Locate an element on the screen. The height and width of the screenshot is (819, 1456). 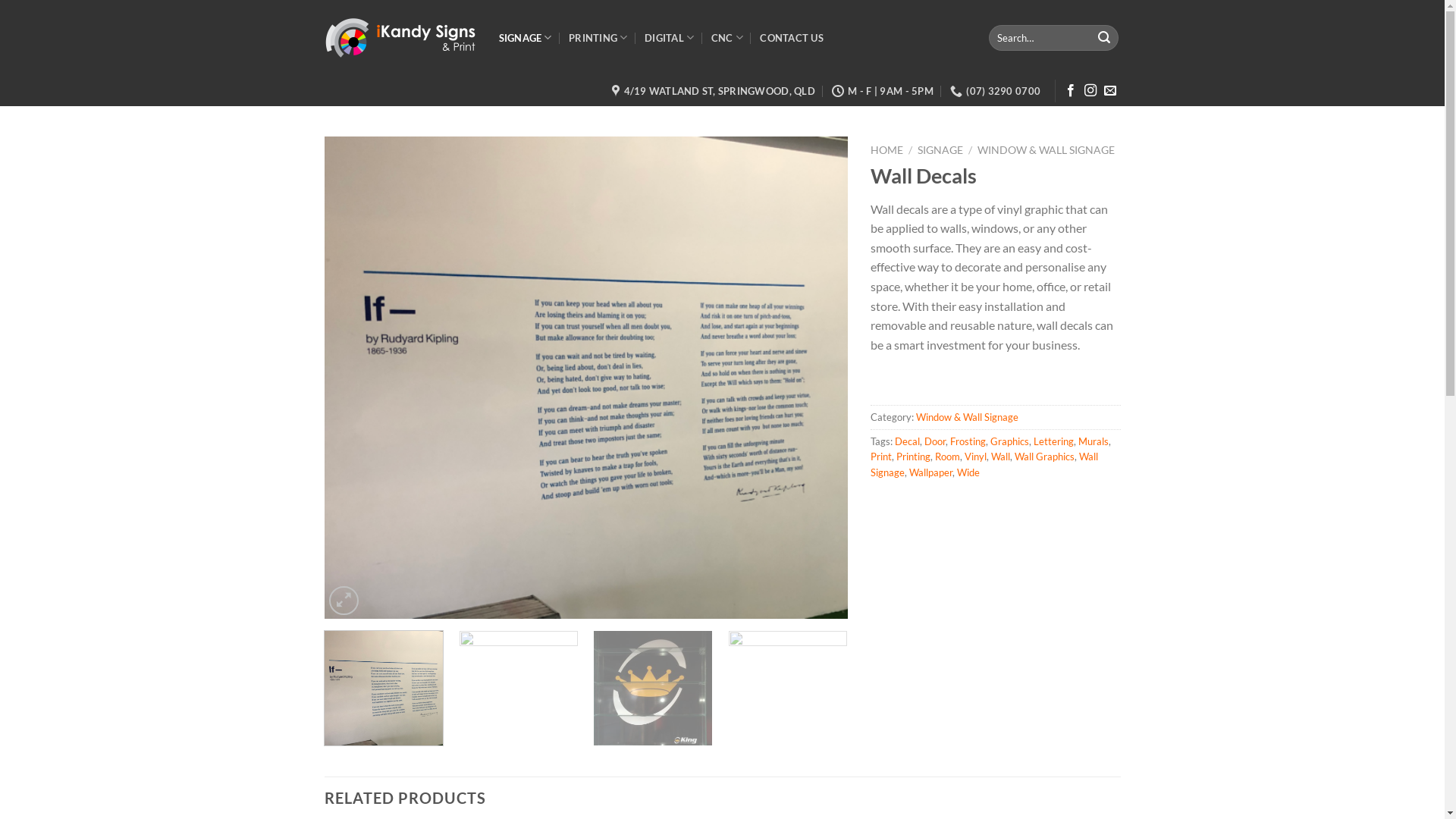
'Graphics' is located at coordinates (1009, 441).